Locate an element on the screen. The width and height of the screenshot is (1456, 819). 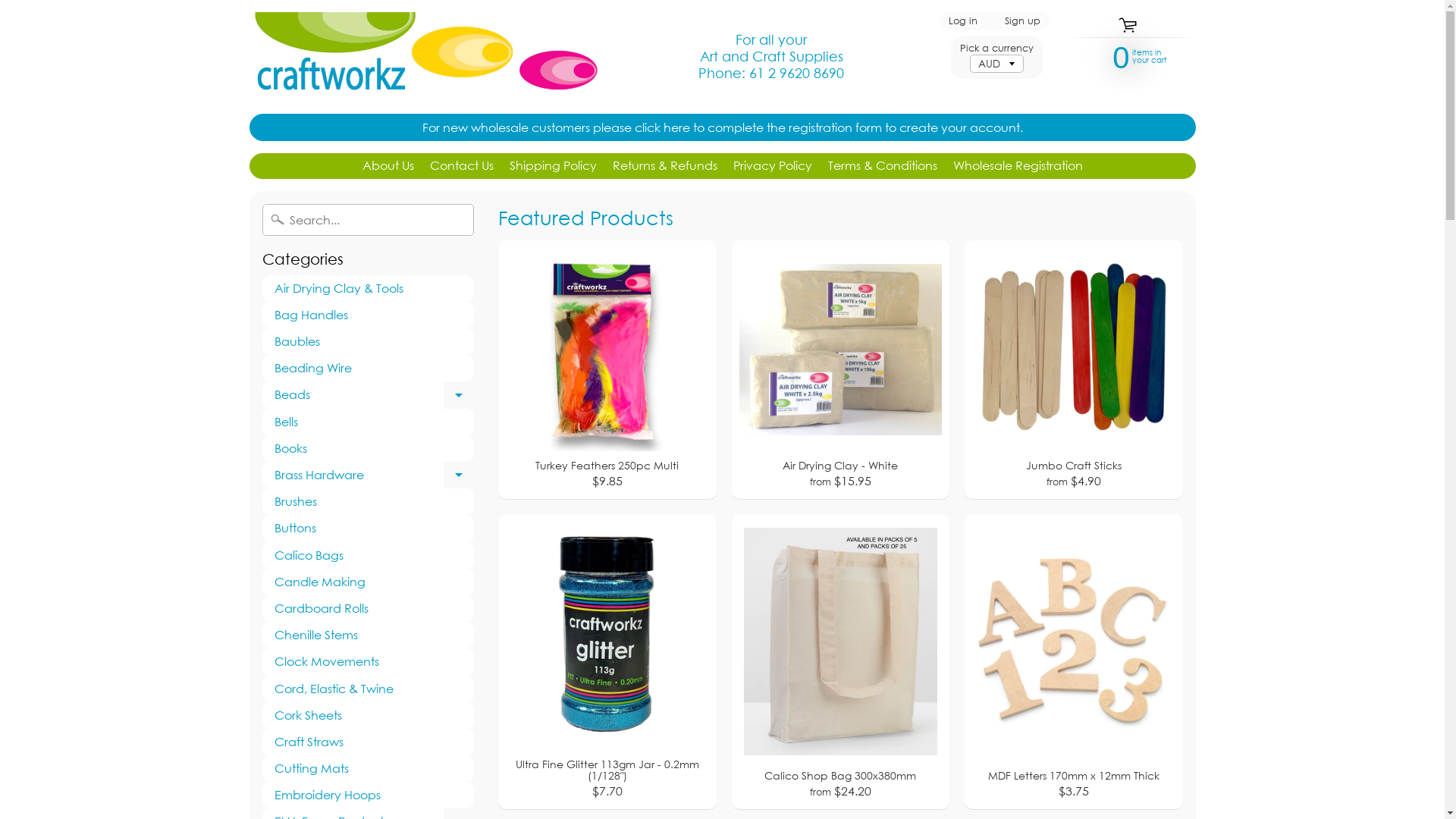
'Embroidery Hoops' is located at coordinates (368, 794).